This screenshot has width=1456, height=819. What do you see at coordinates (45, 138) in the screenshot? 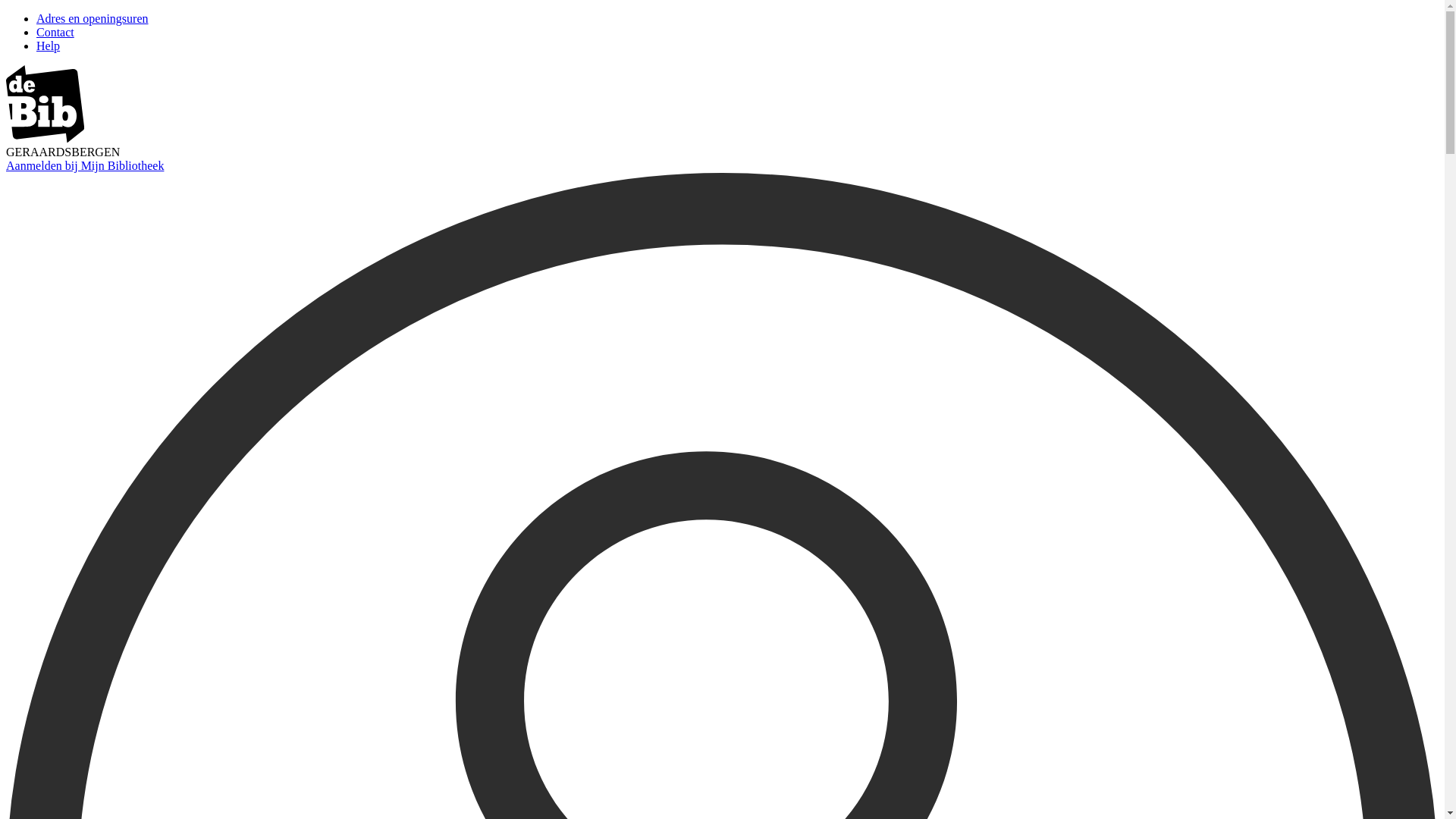
I see `'image/svg+xml'` at bounding box center [45, 138].